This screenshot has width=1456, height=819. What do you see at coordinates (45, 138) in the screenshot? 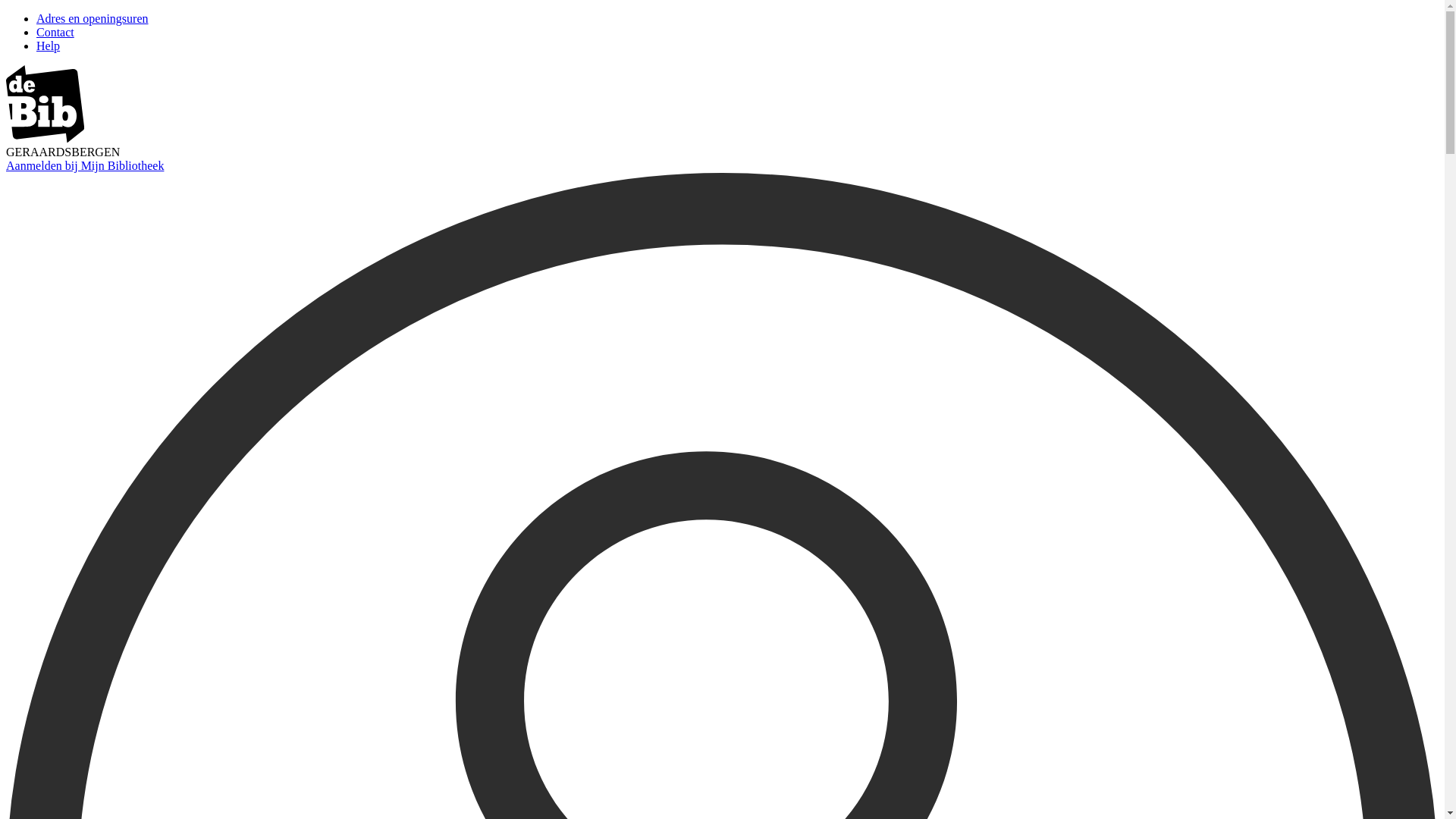
I see `'image/svg+xml'` at bounding box center [45, 138].